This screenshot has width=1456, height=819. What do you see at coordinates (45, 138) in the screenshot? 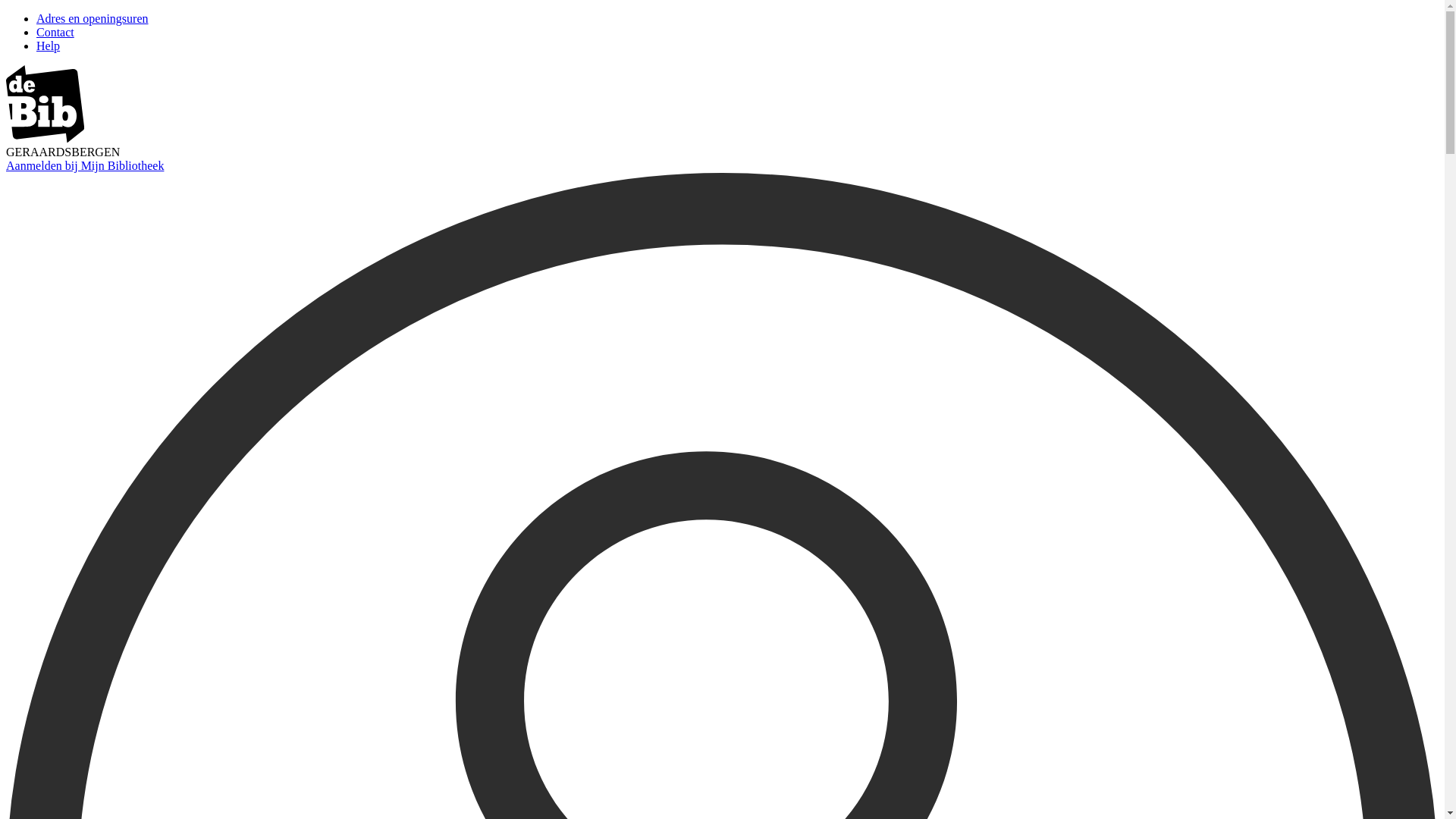
I see `'image/svg+xml'` at bounding box center [45, 138].